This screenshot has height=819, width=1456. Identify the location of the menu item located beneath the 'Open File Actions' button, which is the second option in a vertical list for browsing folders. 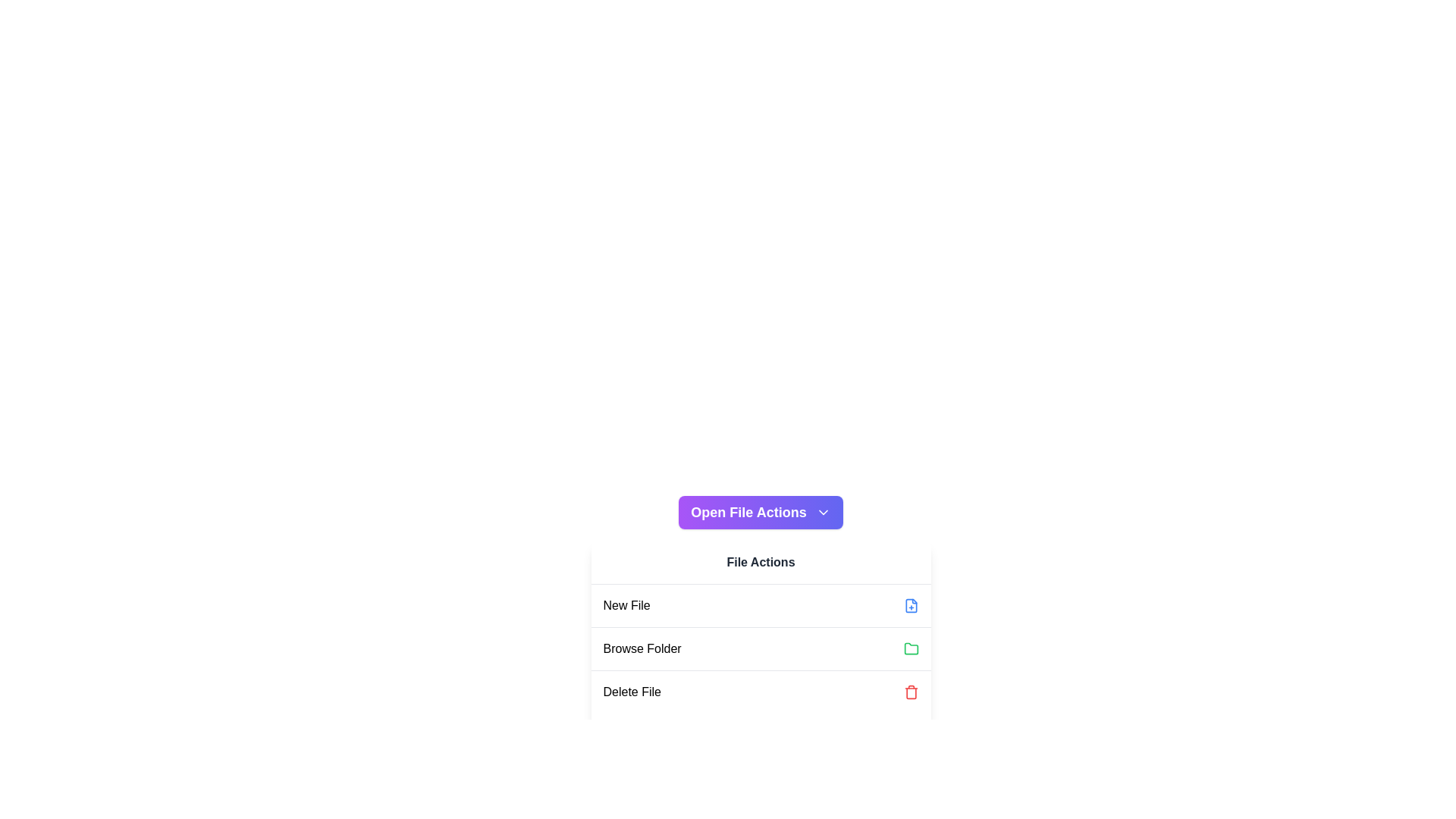
(761, 654).